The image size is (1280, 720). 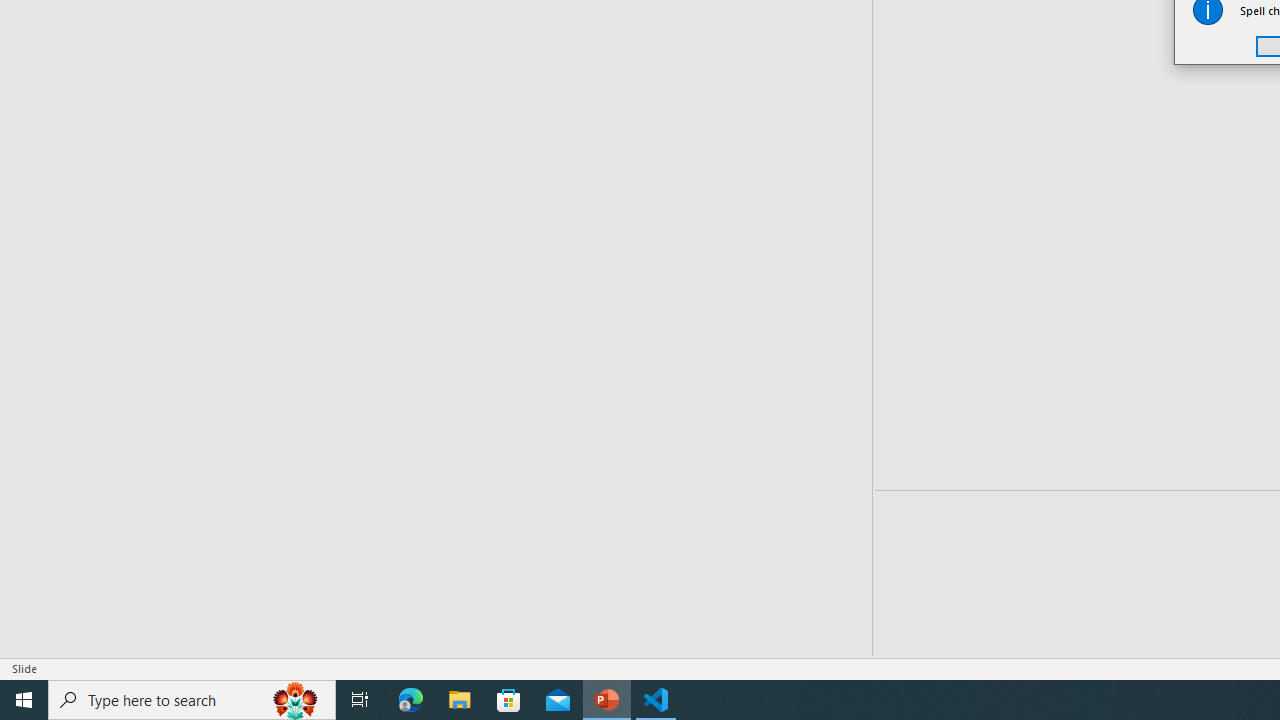 I want to click on 'Microsoft Edge', so click(x=410, y=698).